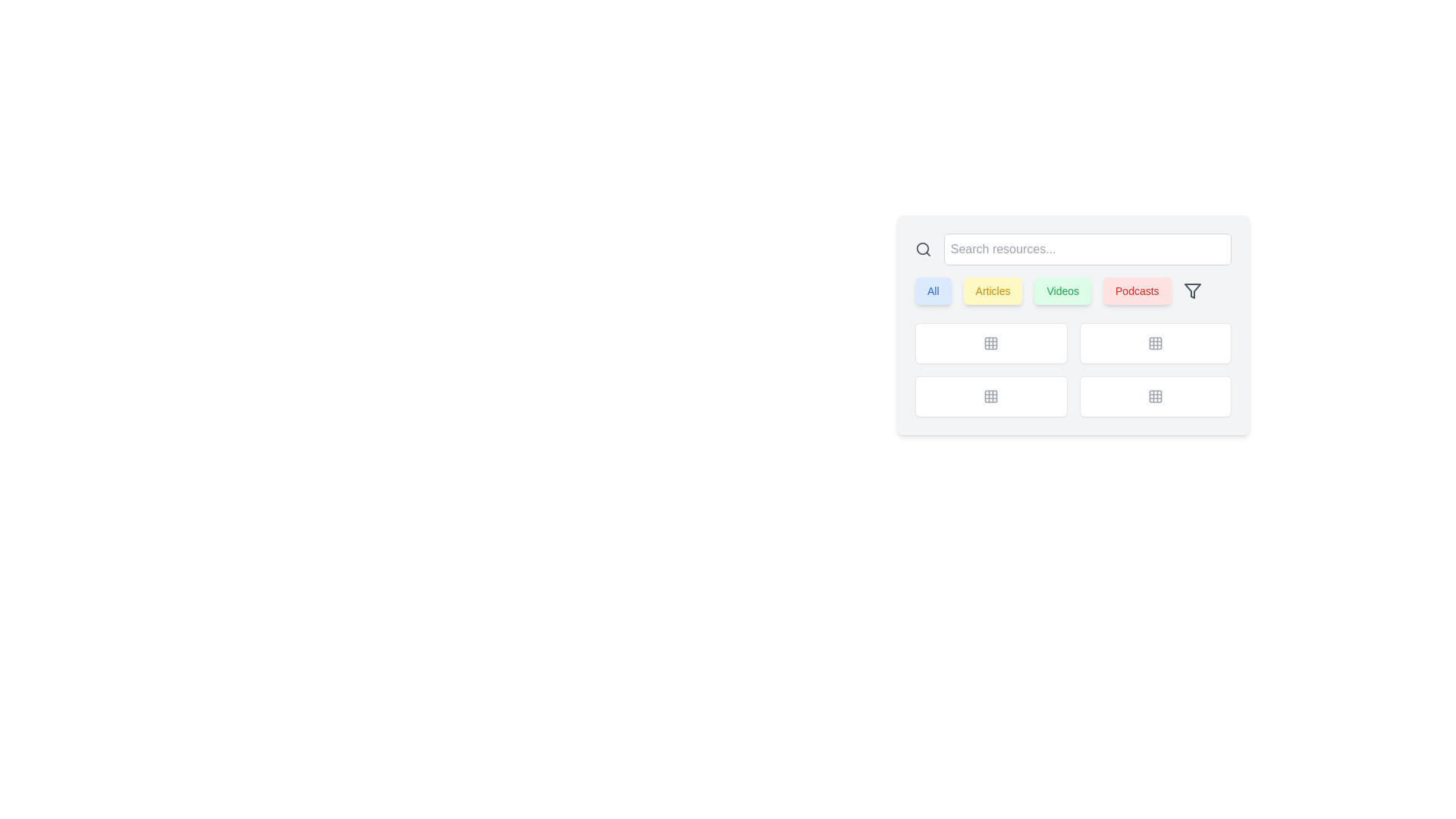 Image resolution: width=1456 pixels, height=819 pixels. Describe the element at coordinates (1072, 291) in the screenshot. I see `the 'Videos' button, which is a rectangular button with a green background and text in darker green, located between the 'Articles' and 'Podcasts' buttons` at that location.